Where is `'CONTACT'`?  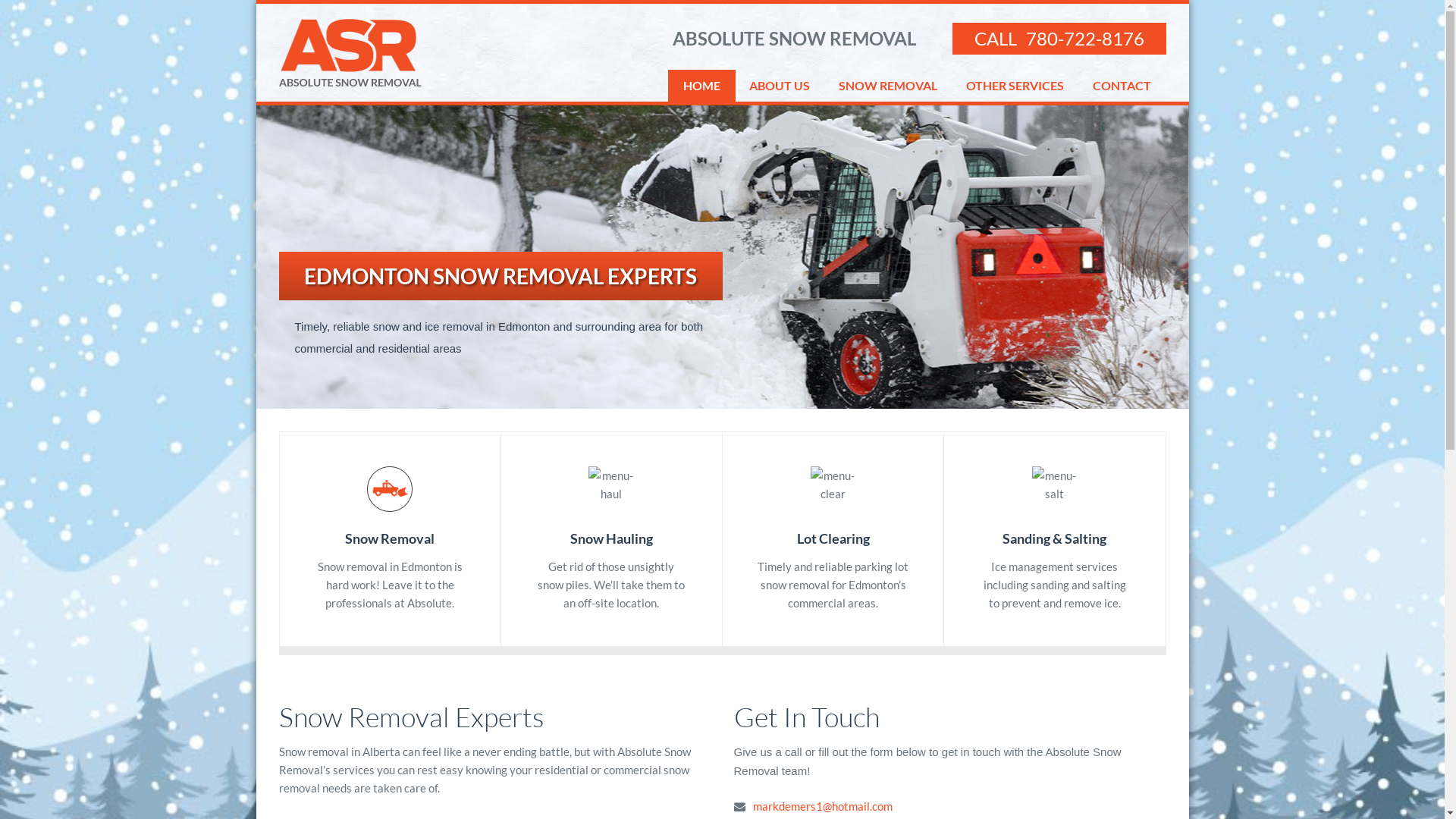
'CONTACT' is located at coordinates (1121, 85).